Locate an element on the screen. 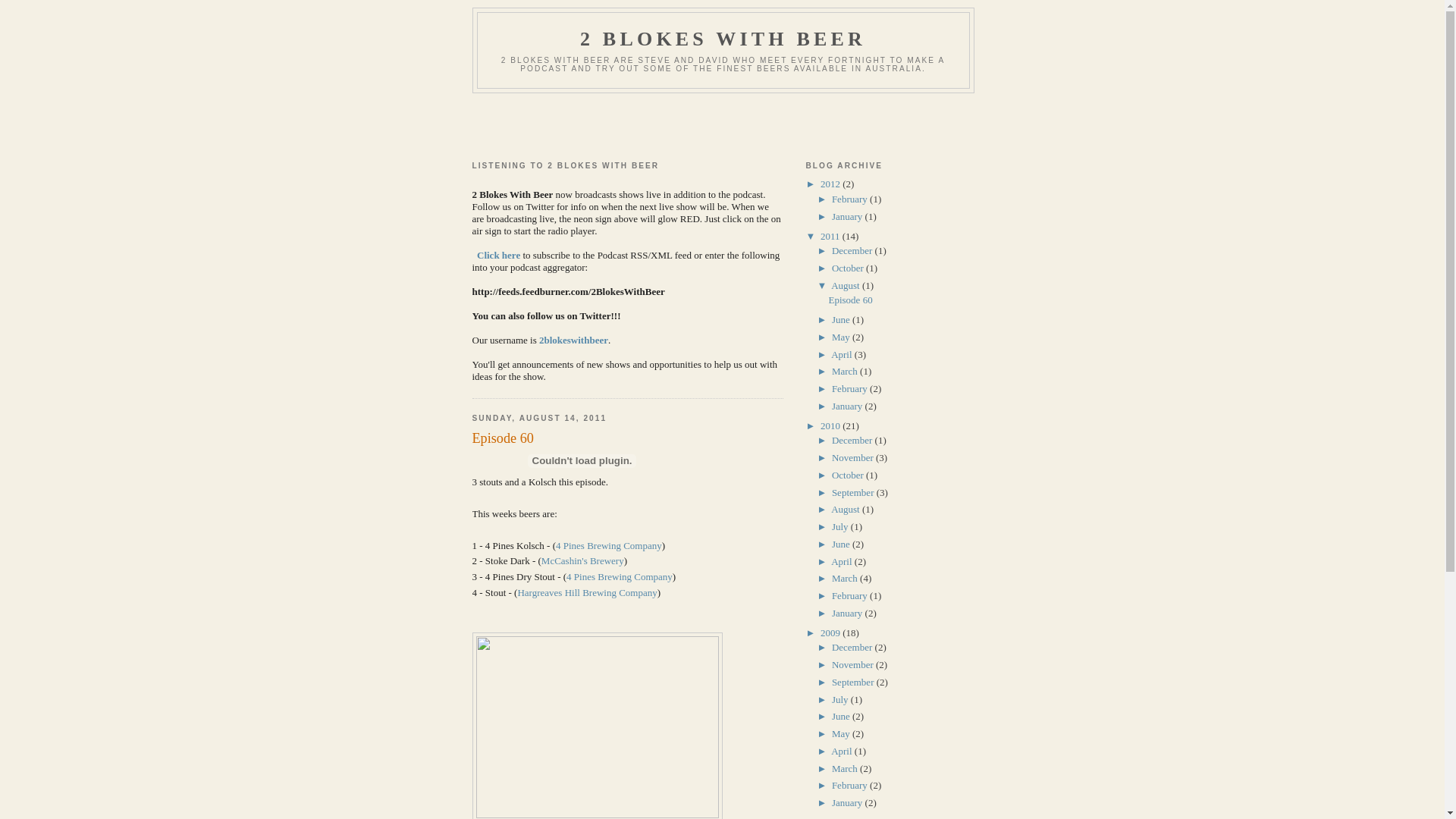 The width and height of the screenshot is (1456, 819). 'McCashin's Brewery' is located at coordinates (541, 560).